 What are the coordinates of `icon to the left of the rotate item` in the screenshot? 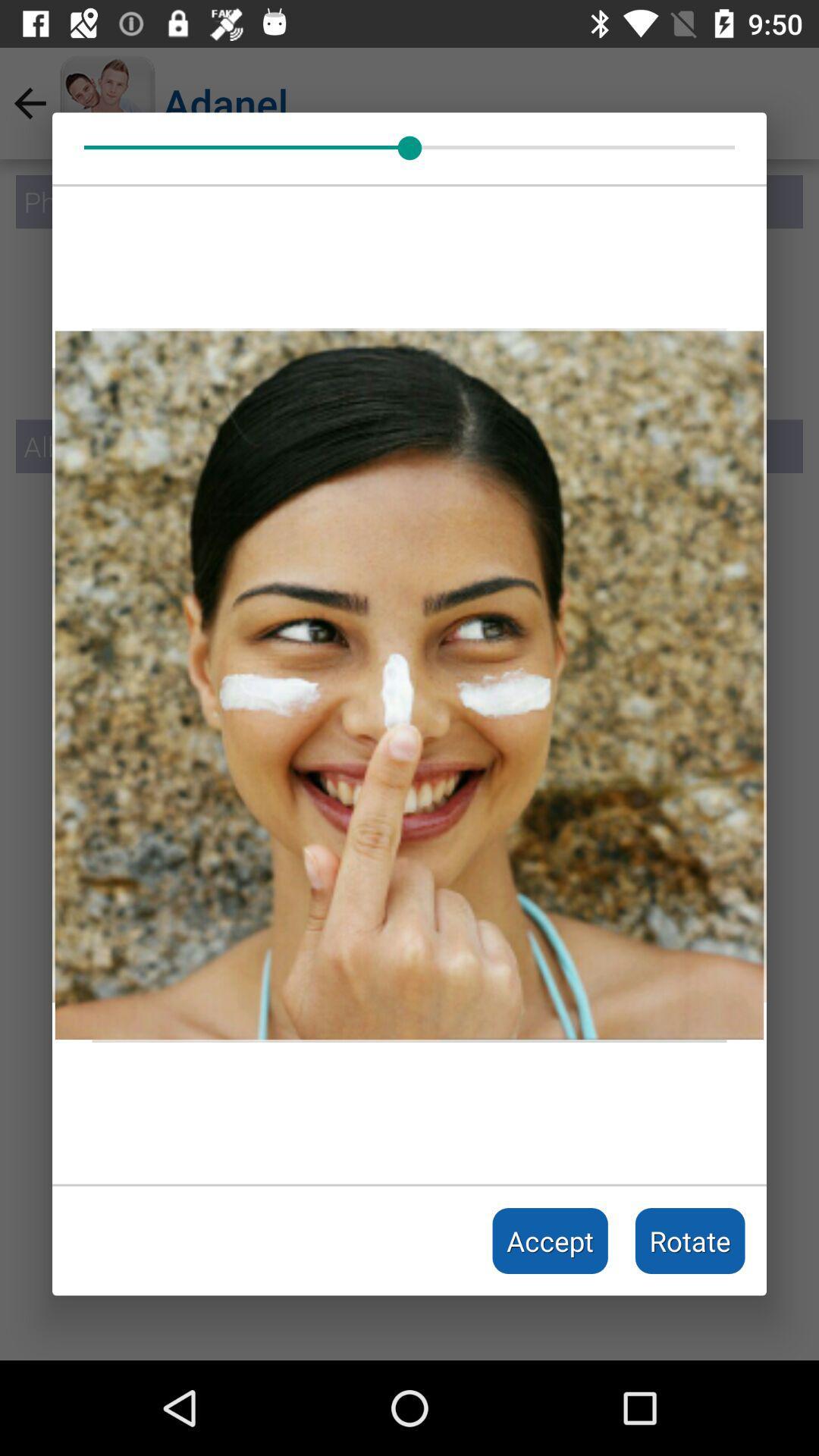 It's located at (550, 1241).